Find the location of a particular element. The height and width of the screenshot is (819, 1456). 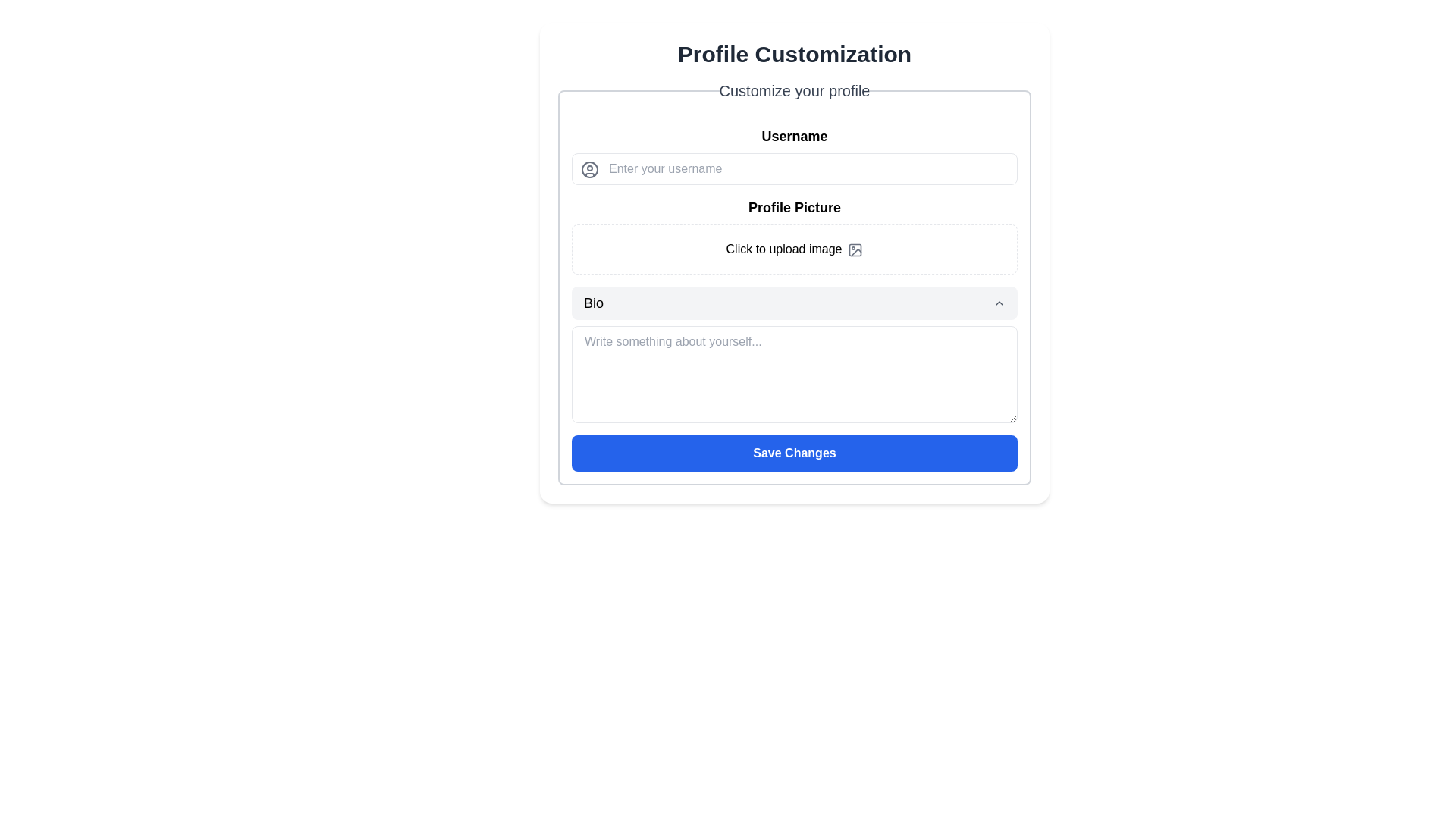

the Text Label that serves as a descriptive title or heading for the profile customization section, positioned above the 'Username' field and 'Profile Picture' is located at coordinates (793, 90).